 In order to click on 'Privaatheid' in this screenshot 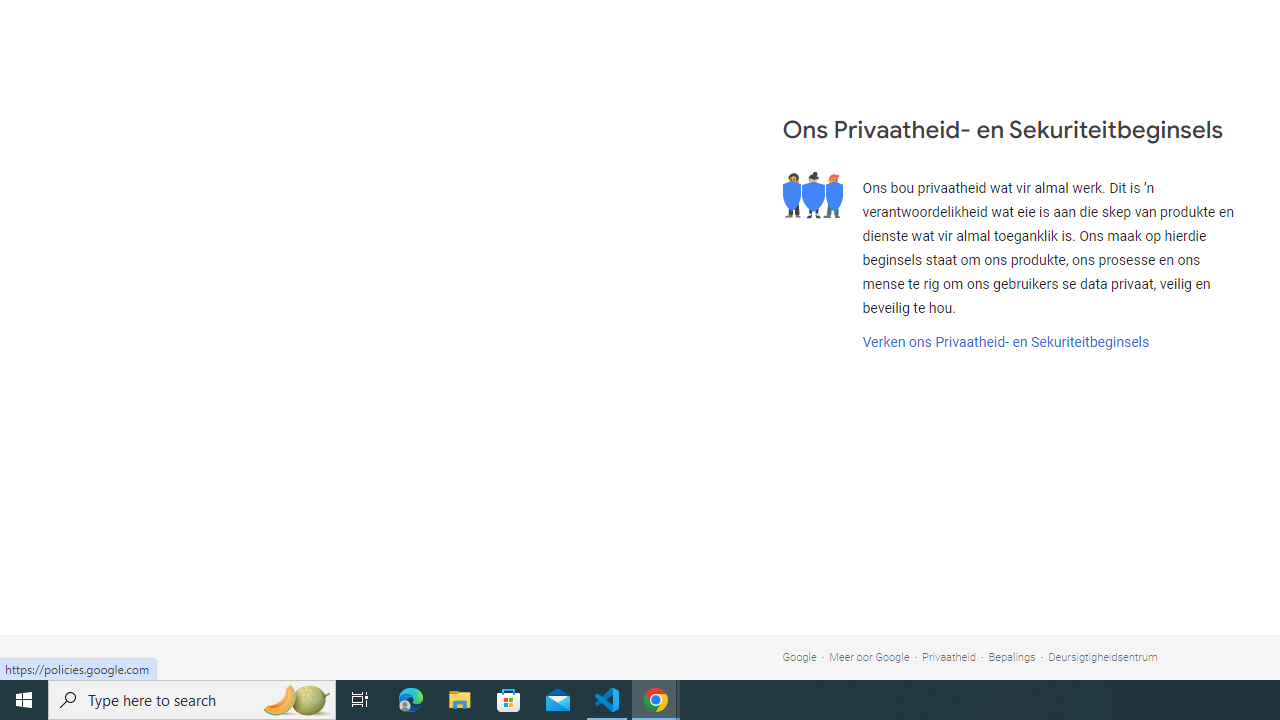, I will do `click(947, 657)`.